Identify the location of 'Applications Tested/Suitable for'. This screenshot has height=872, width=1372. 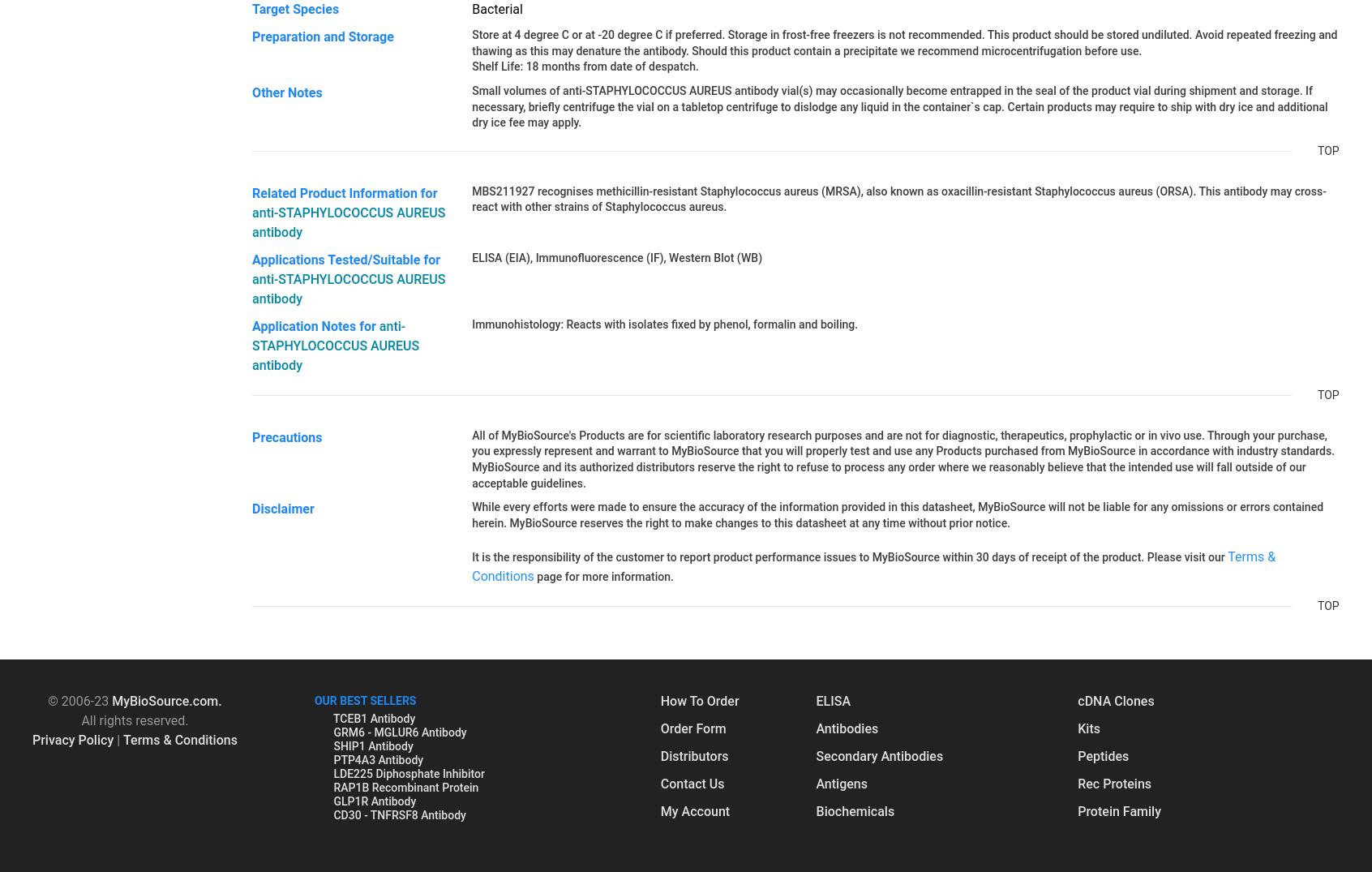
(345, 258).